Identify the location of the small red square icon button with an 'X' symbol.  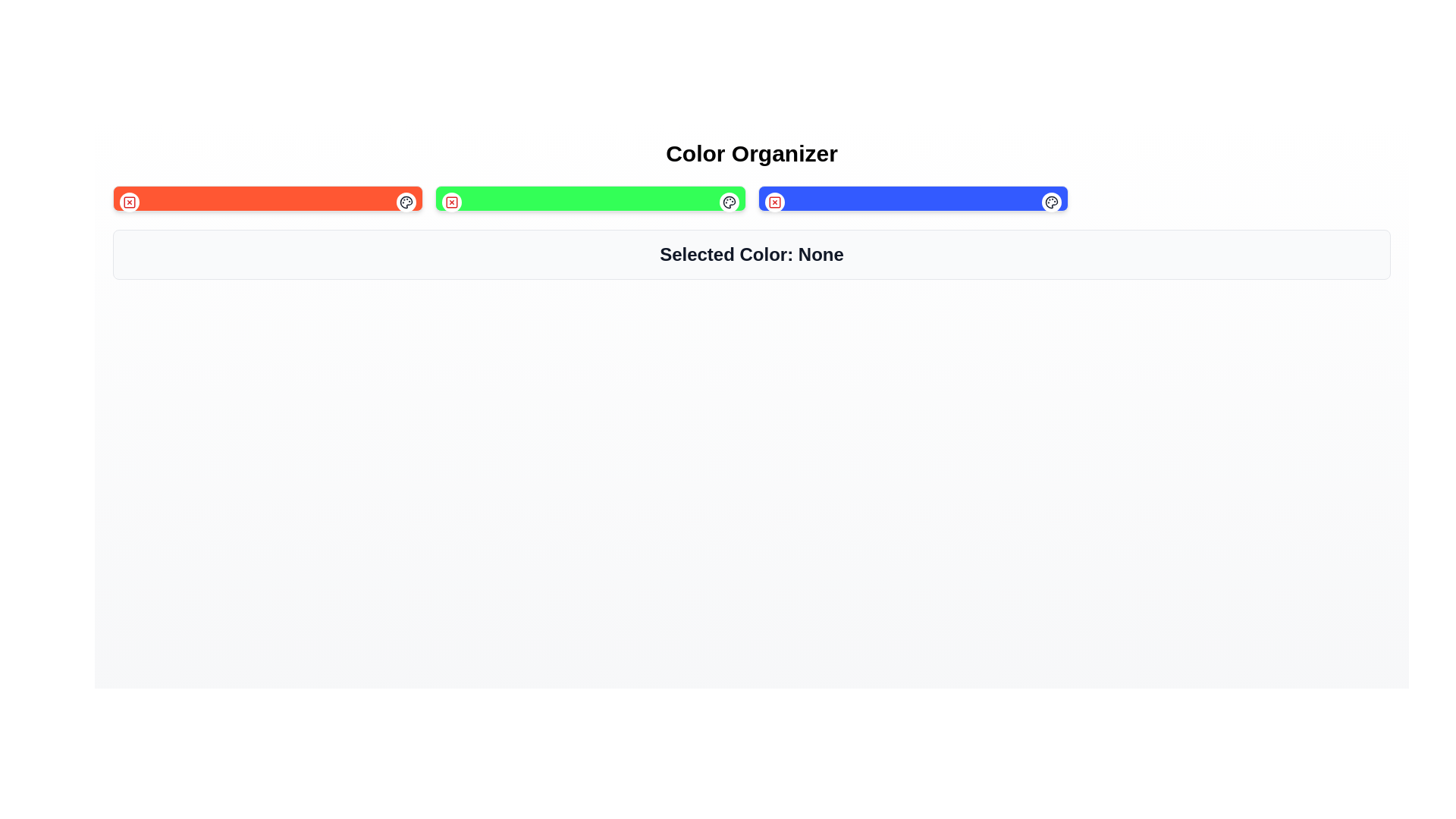
(130, 201).